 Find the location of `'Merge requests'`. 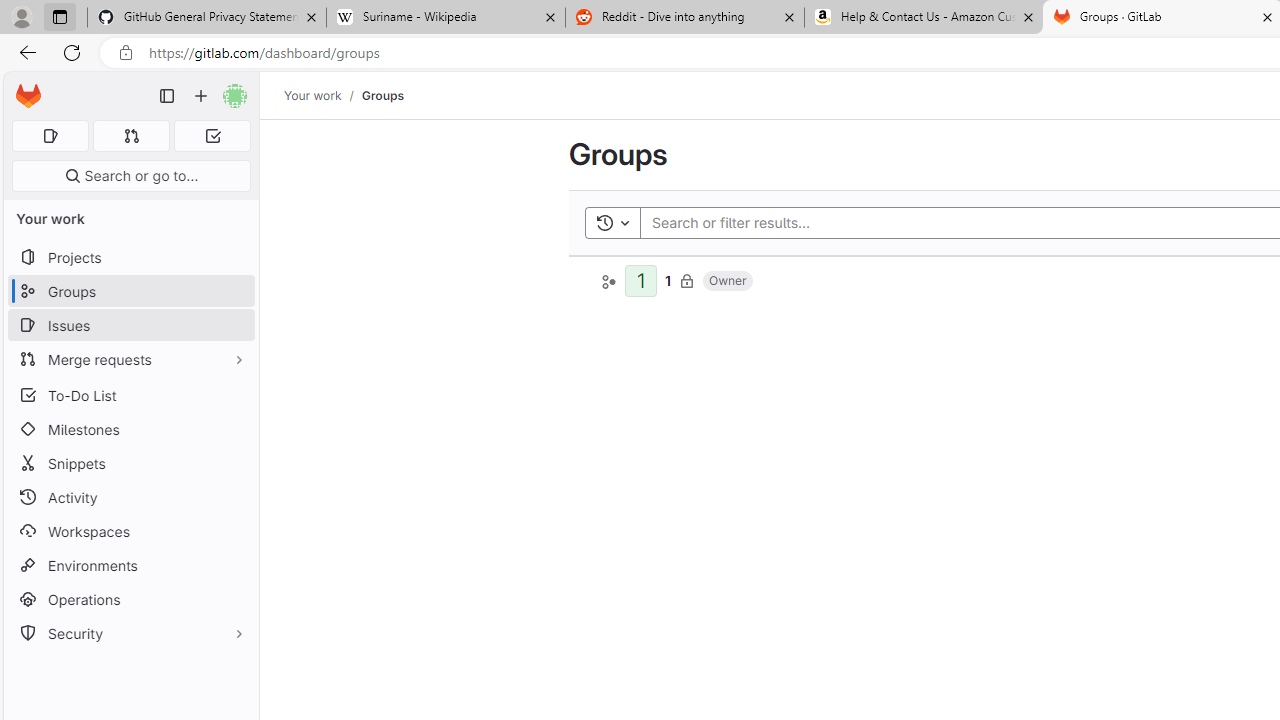

'Merge requests' is located at coordinates (130, 358).